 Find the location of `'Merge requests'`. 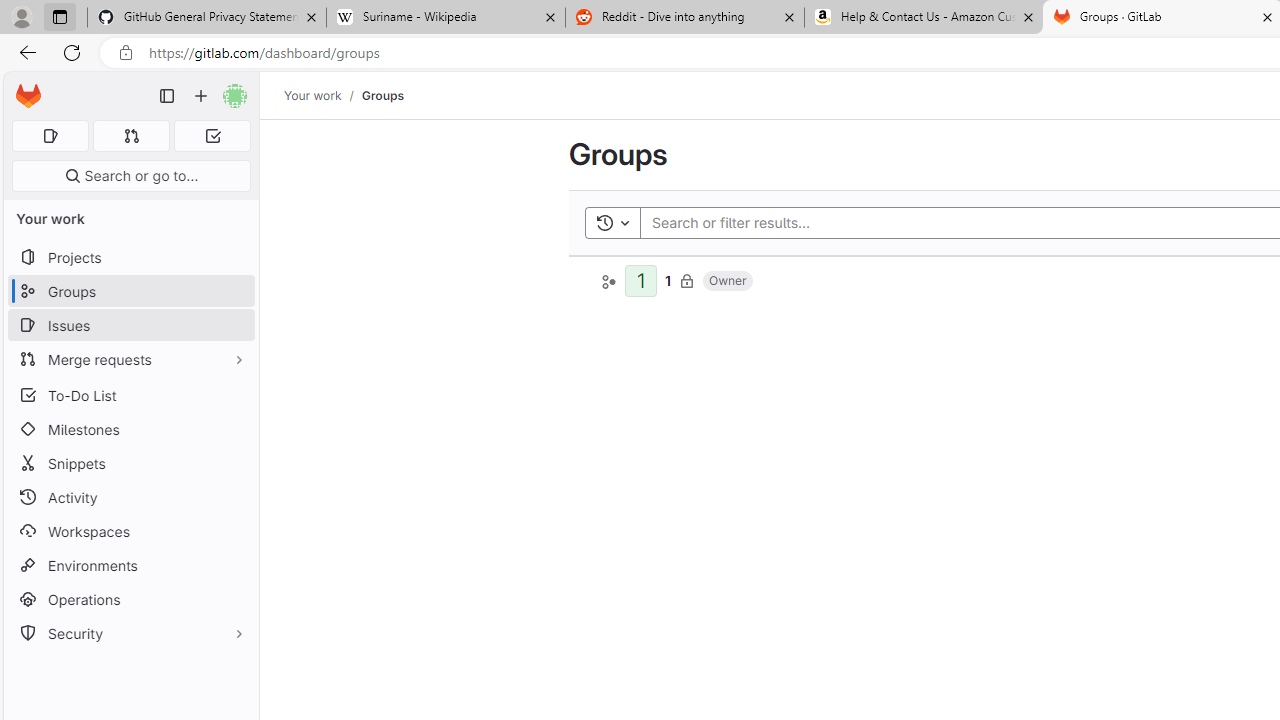

'Merge requests' is located at coordinates (130, 358).